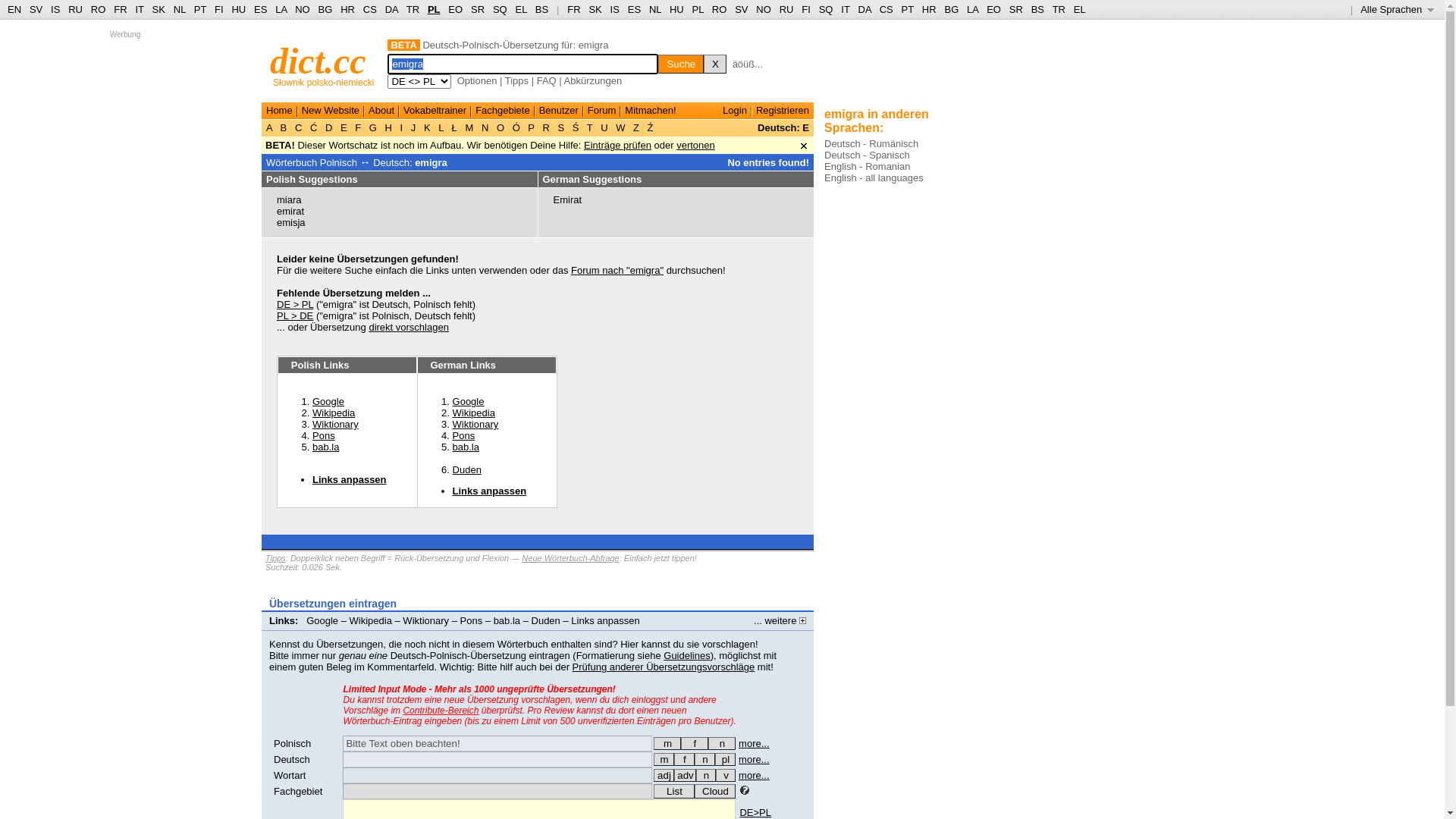 The width and height of the screenshot is (1456, 819). Describe the element at coordinates (634, 9) in the screenshot. I see `'ES'` at that location.